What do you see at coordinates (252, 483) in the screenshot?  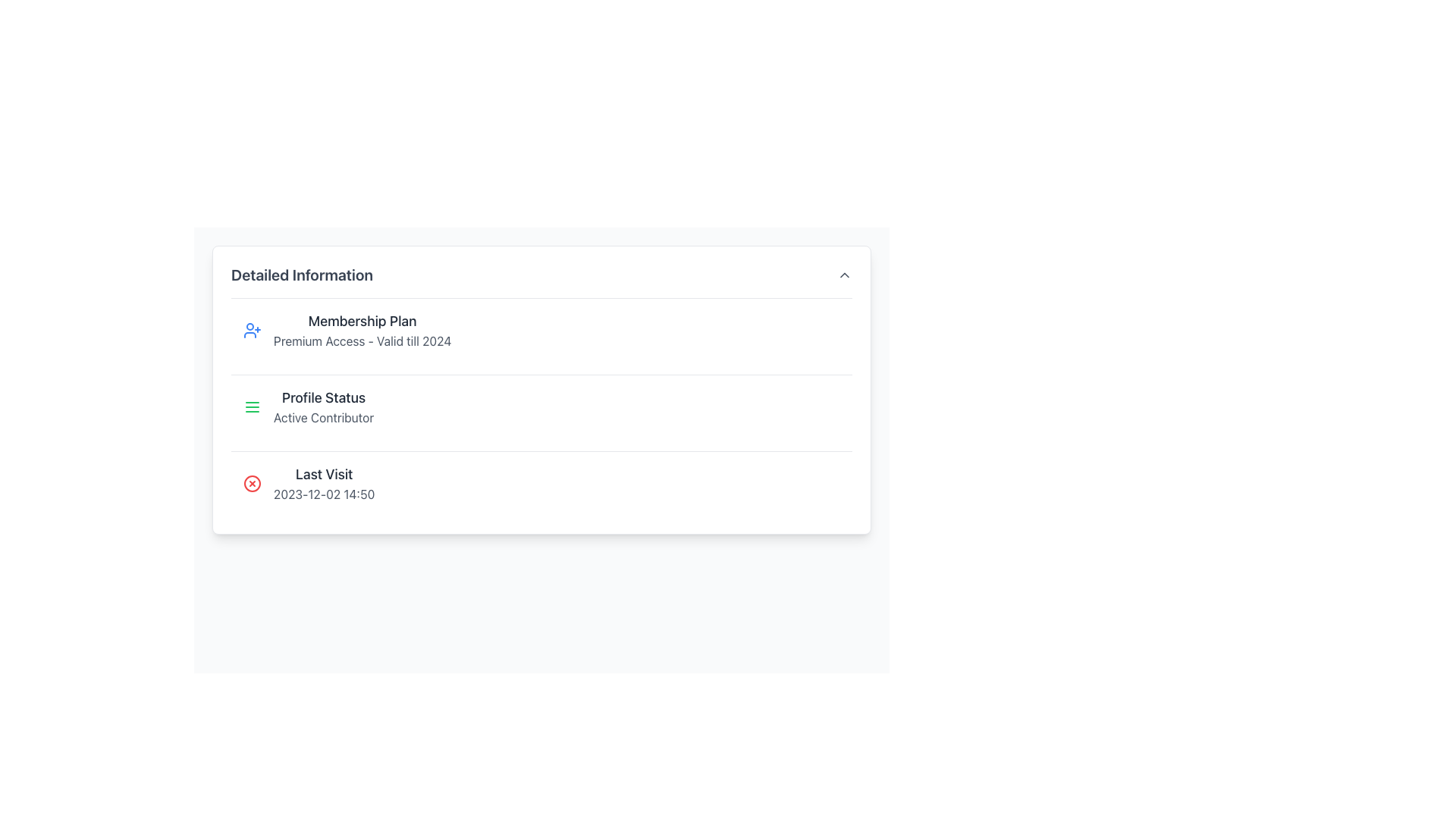 I see `the red circular close icon with an 'X' shape located in the 'Last Visit' section, positioned to the left of the date and time text ('2023-12-02 14:50')` at bounding box center [252, 483].